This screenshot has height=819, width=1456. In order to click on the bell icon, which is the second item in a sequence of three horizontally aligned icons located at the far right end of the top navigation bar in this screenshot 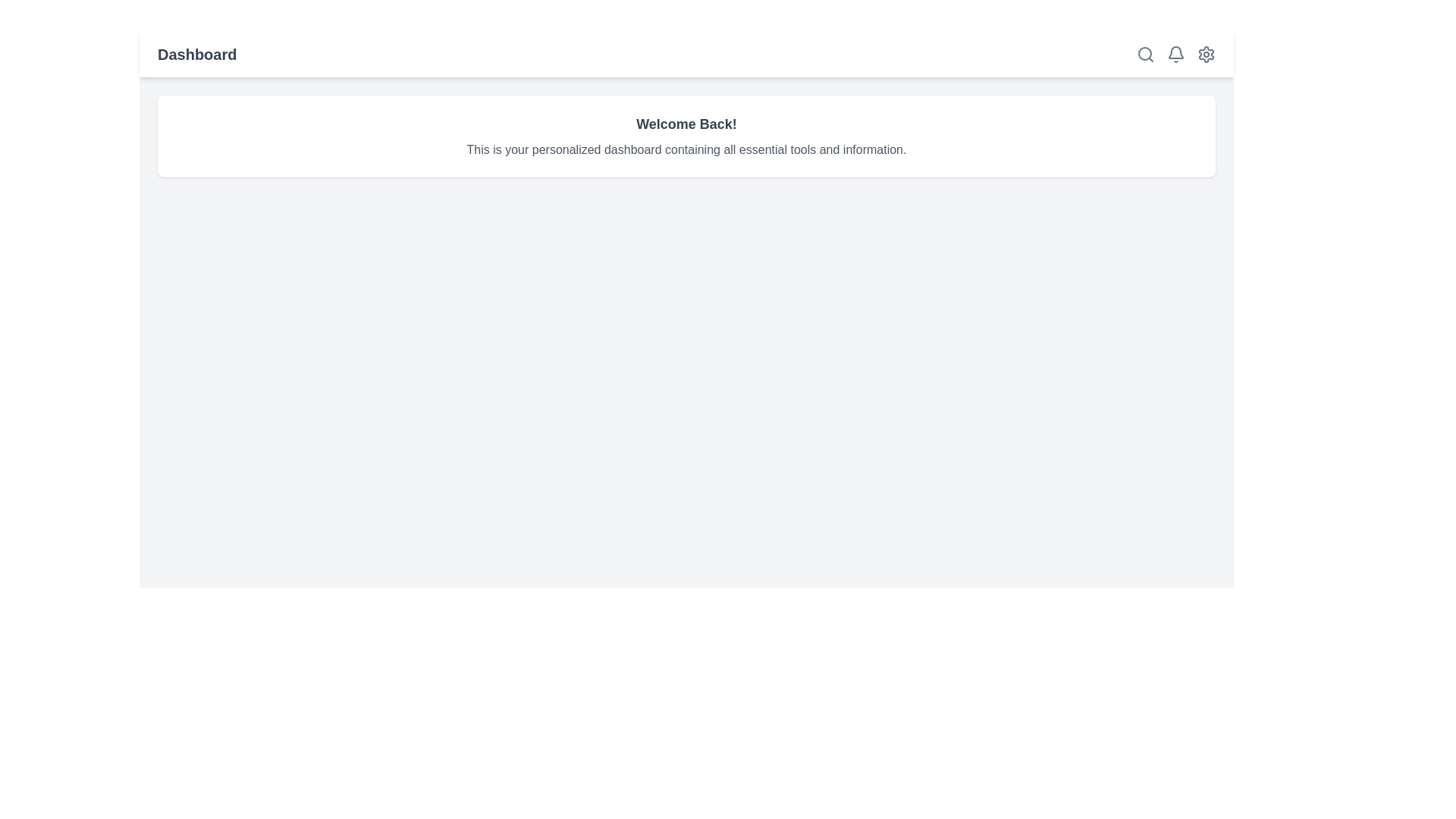, I will do `click(1175, 54)`.